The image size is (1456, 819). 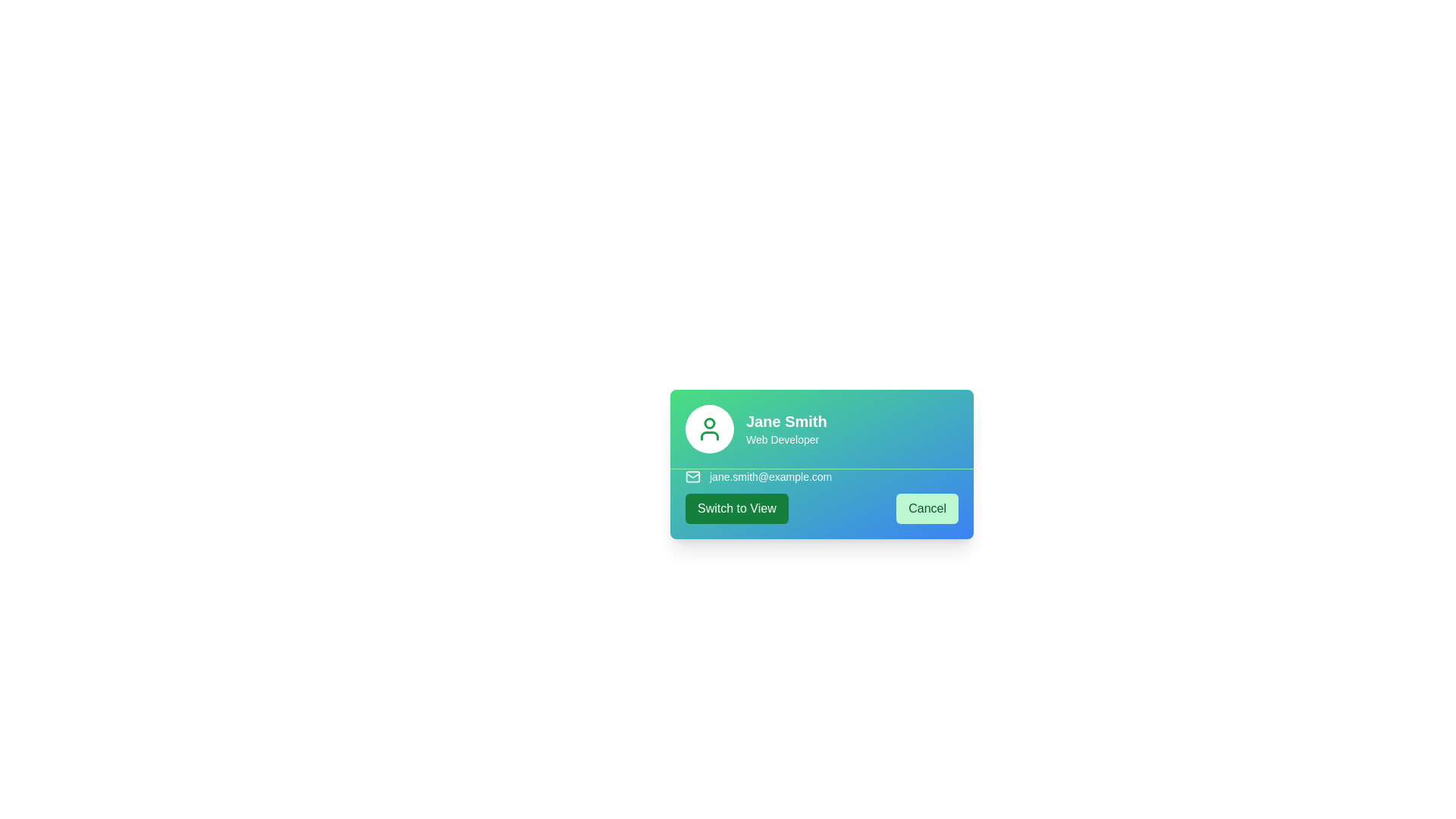 I want to click on the toggle button located at the bottom left of a horizontal button group, which changes the displayed content or layout, so click(x=736, y=509).